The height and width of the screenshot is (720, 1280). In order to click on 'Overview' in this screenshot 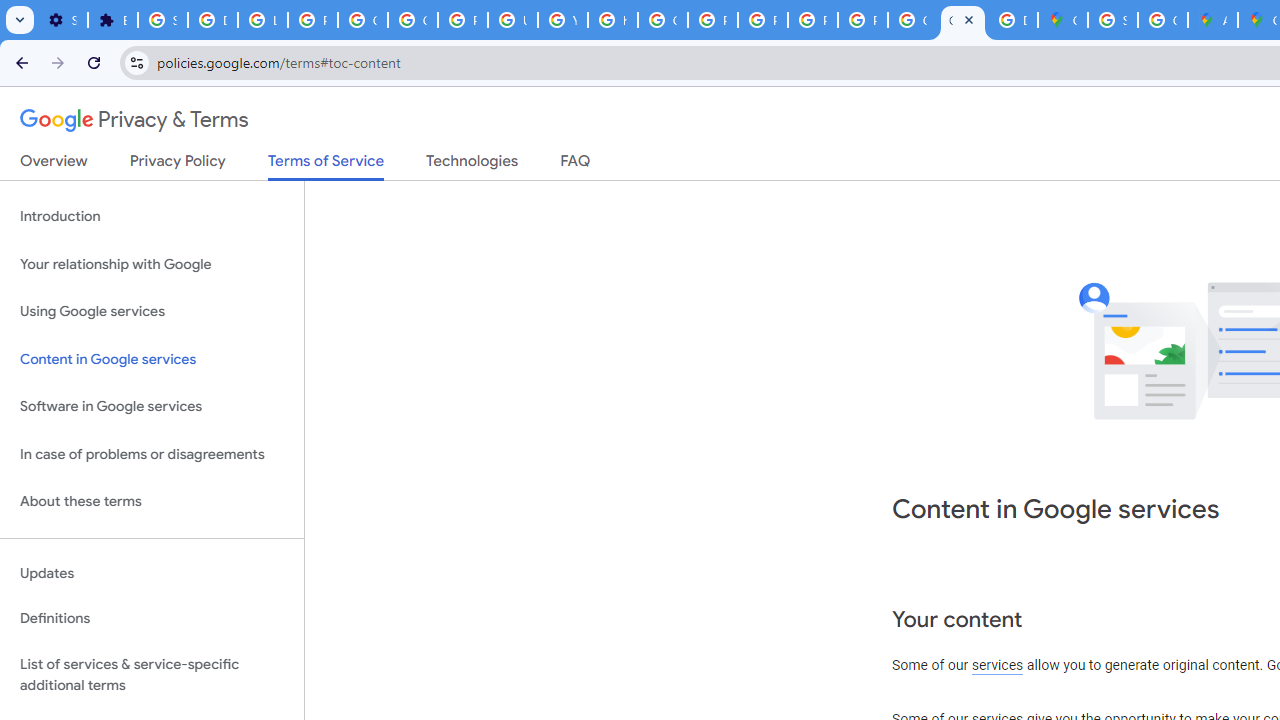, I will do `click(54, 164)`.